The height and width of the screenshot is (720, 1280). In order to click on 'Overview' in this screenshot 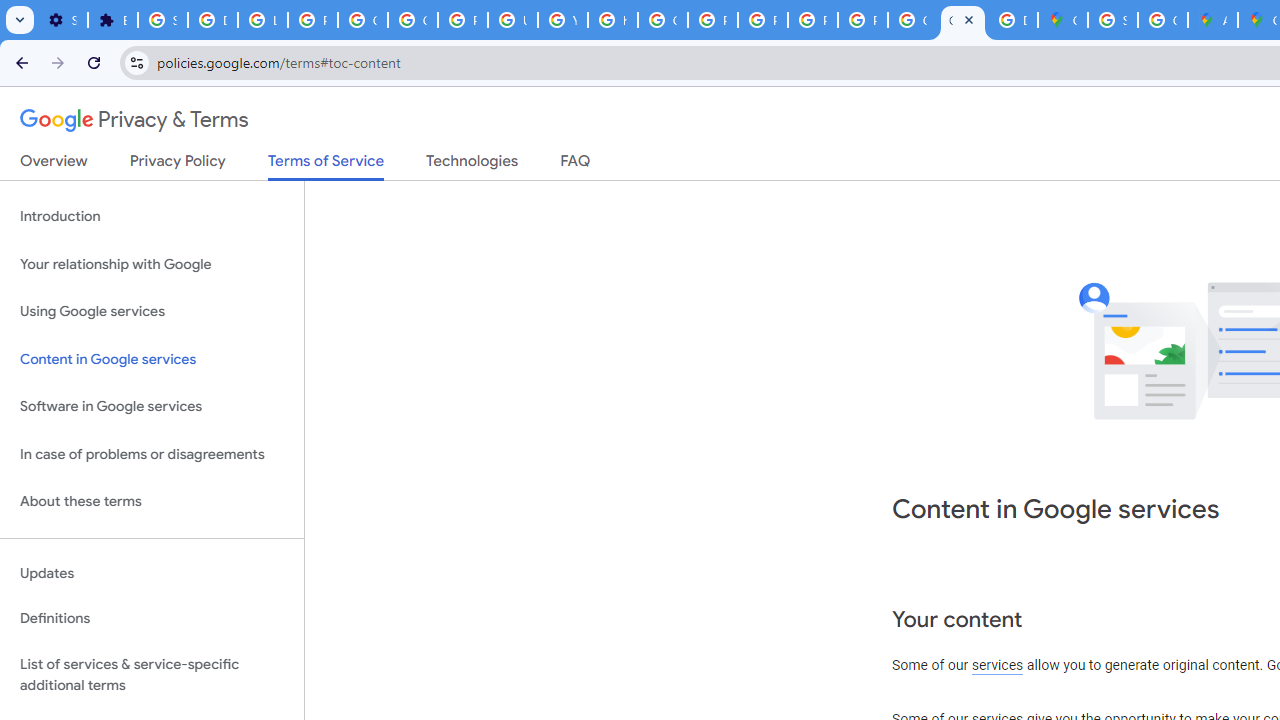, I will do `click(54, 164)`.